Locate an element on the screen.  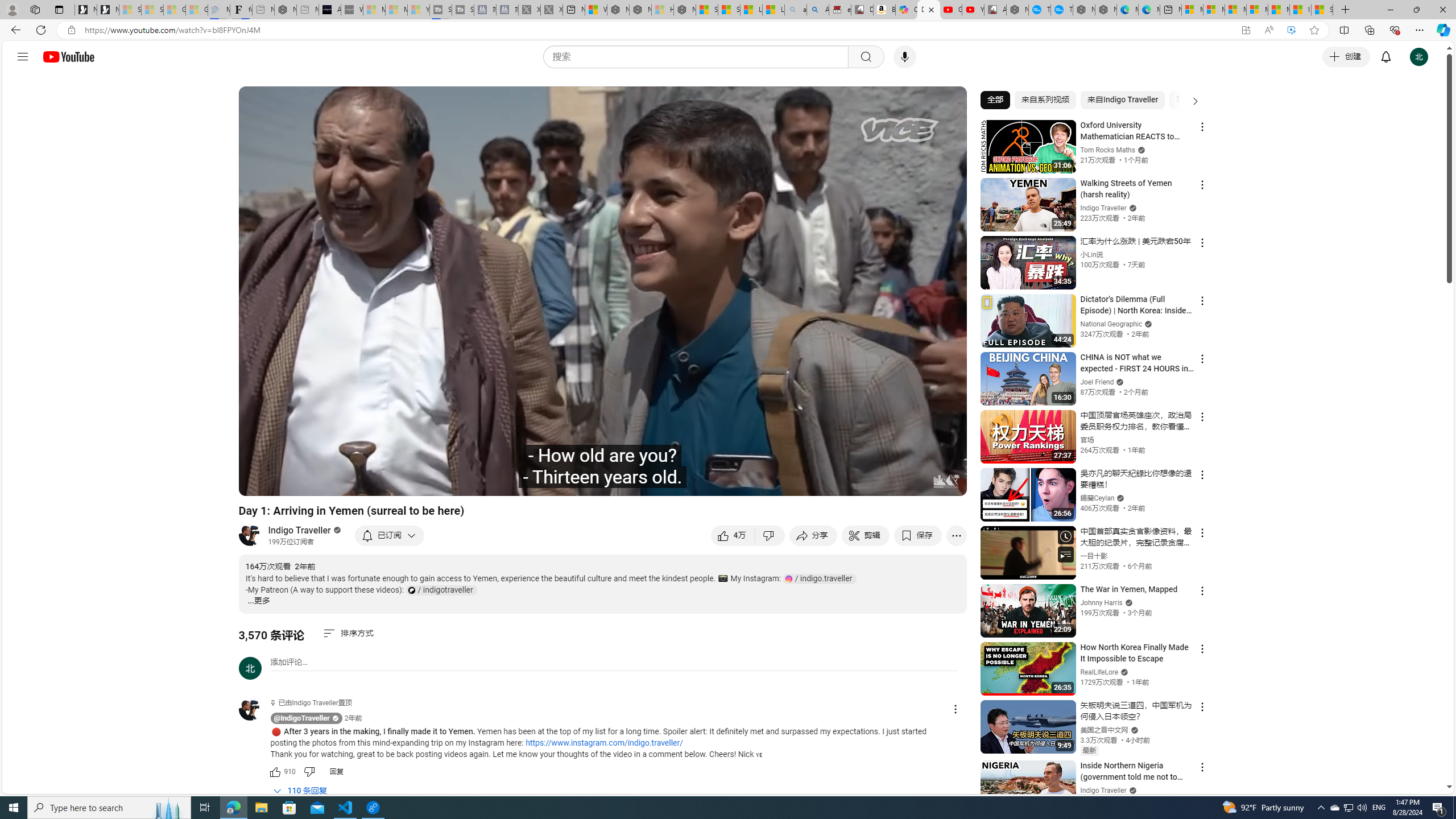
'Microsoft account | Microsoft Account Privacy Settings' is located at coordinates (1214, 9).